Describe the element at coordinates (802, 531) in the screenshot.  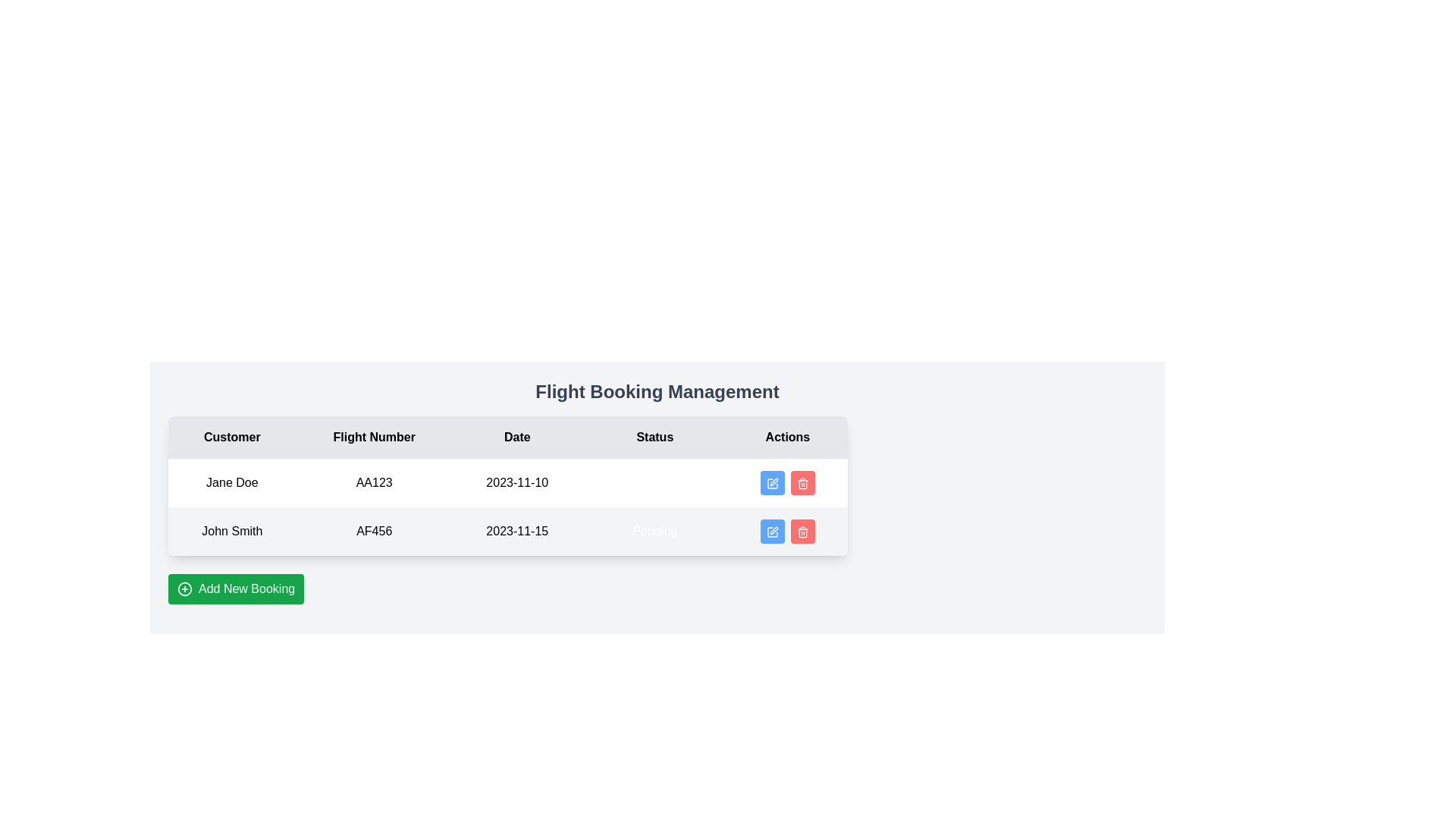
I see `the delete button located in the 'Actions' column of the second row in the flight booking management table` at that location.